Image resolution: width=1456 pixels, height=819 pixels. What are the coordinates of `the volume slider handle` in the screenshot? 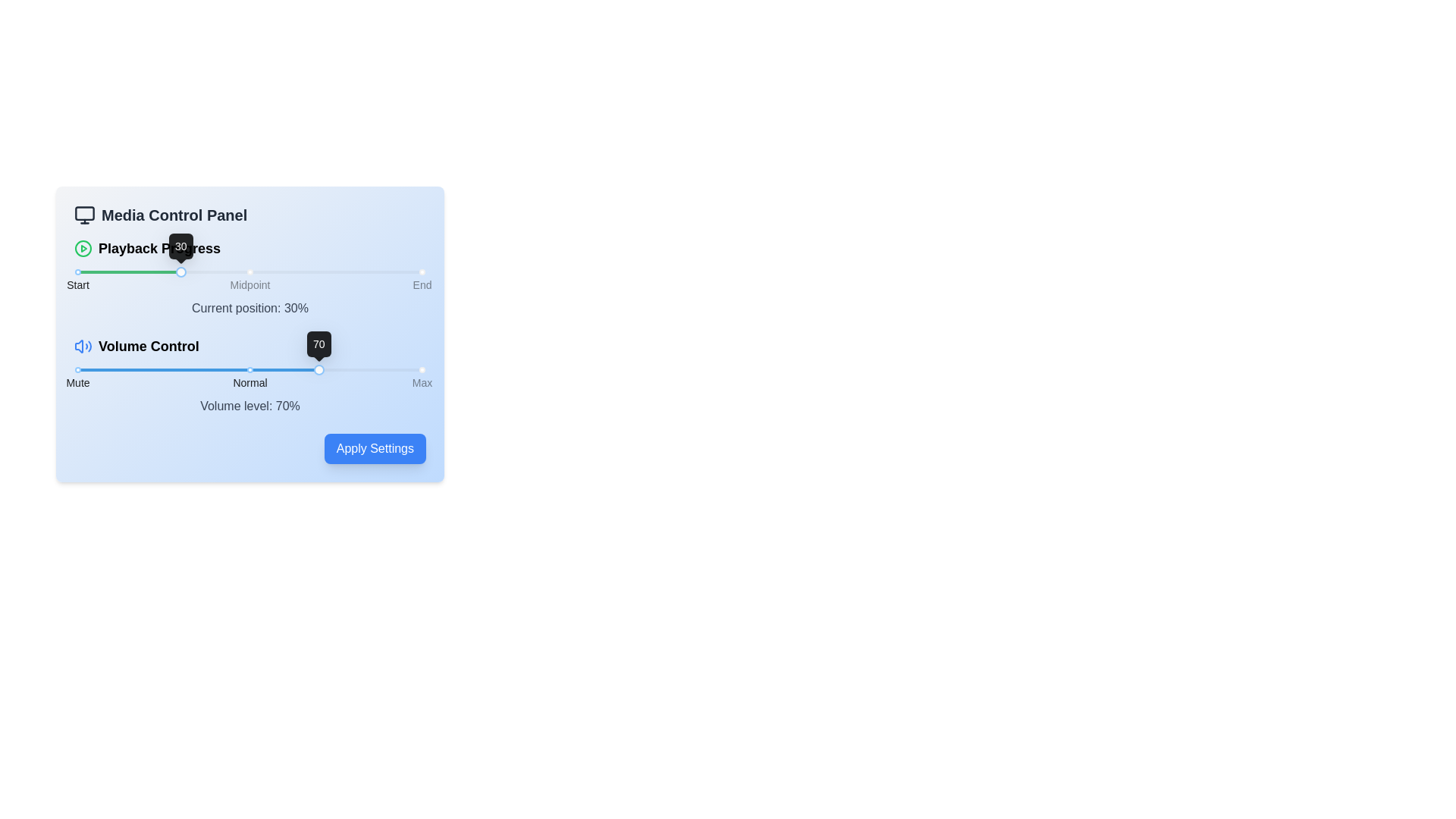 It's located at (318, 370).